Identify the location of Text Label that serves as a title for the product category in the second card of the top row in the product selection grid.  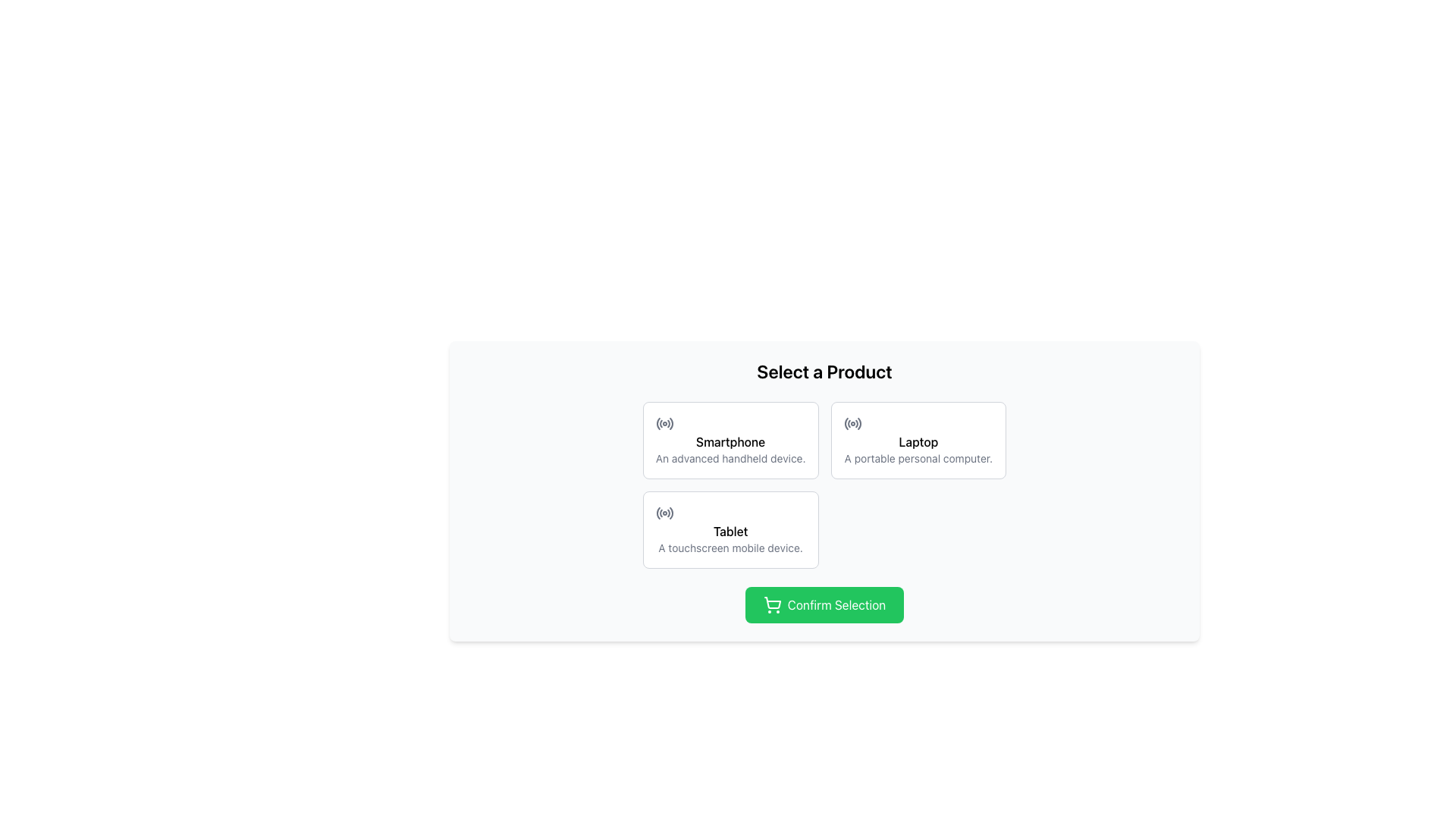
(918, 441).